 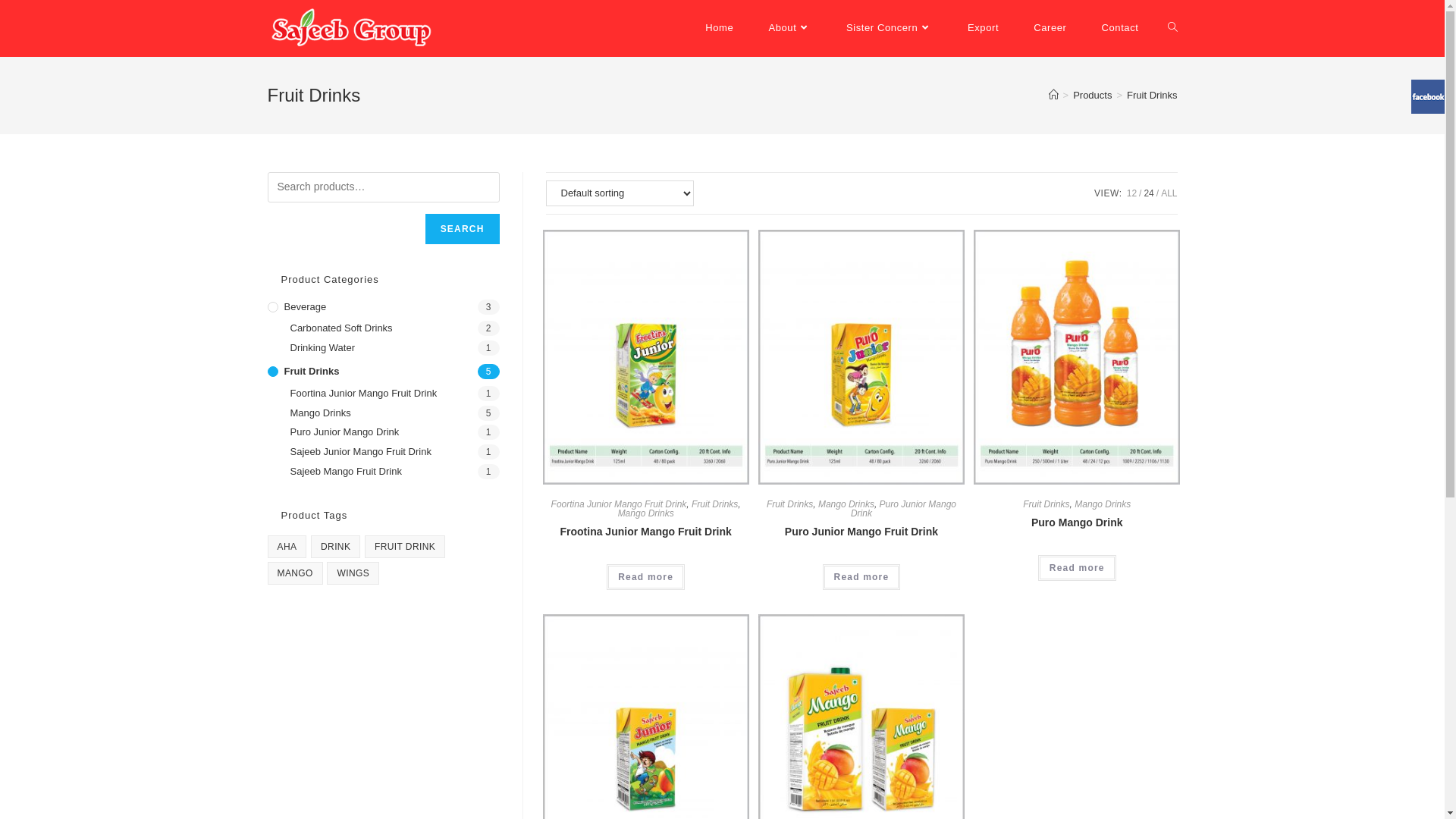 I want to click on '12', so click(x=1127, y=192).